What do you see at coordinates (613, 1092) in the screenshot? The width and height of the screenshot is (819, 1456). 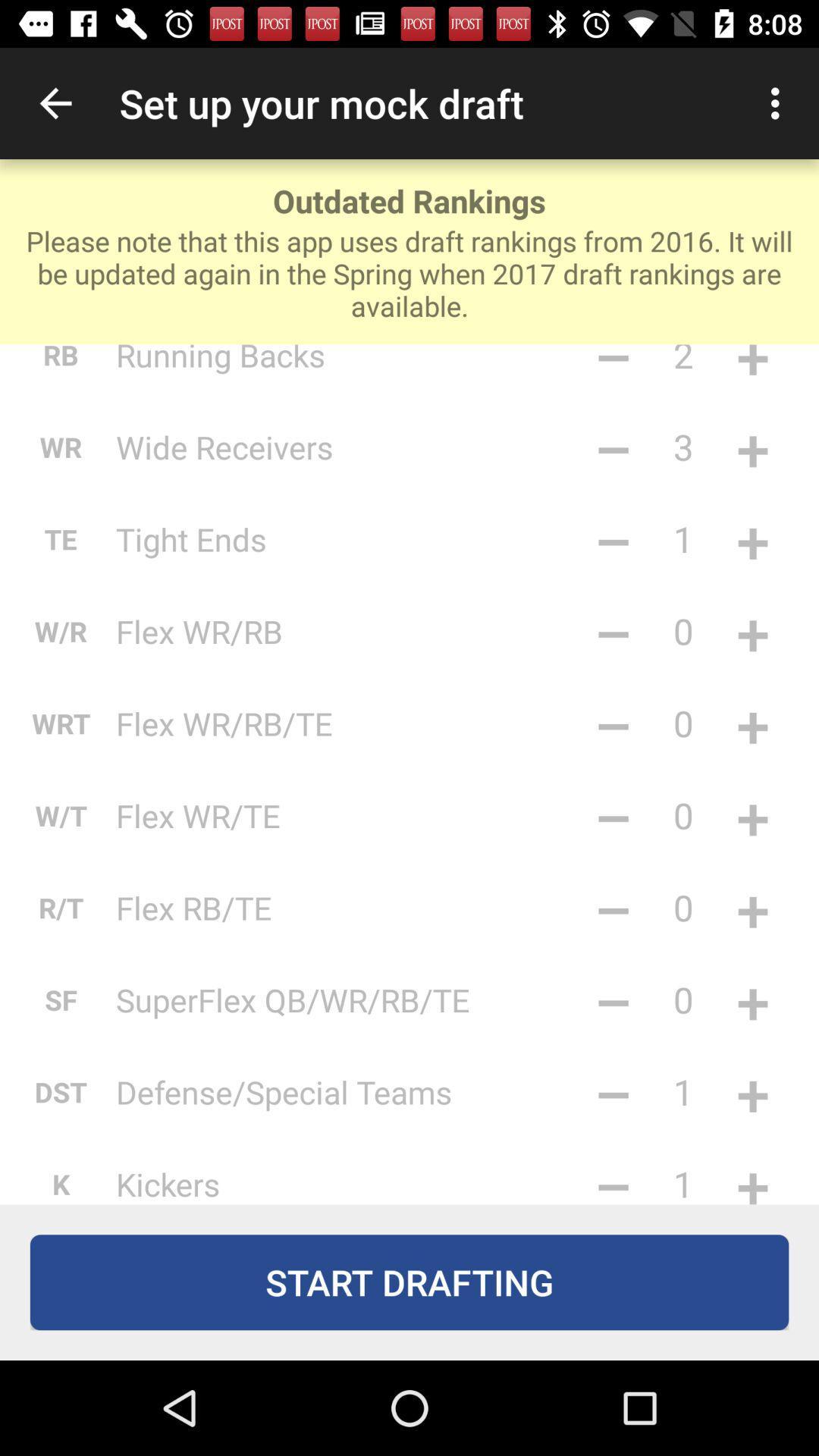 I see `item next to 1 icon` at bounding box center [613, 1092].